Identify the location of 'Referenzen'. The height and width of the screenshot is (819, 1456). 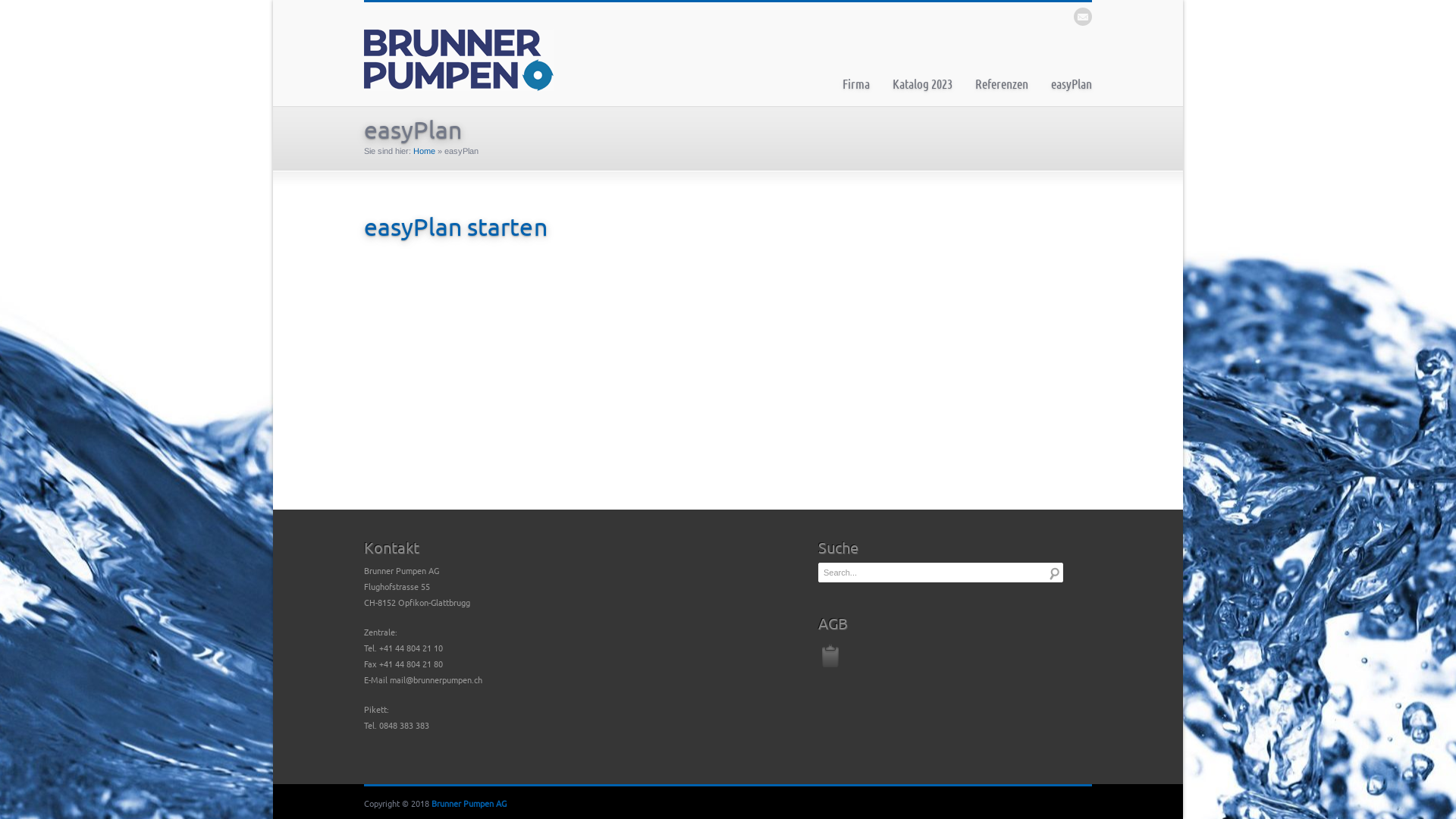
(1001, 83).